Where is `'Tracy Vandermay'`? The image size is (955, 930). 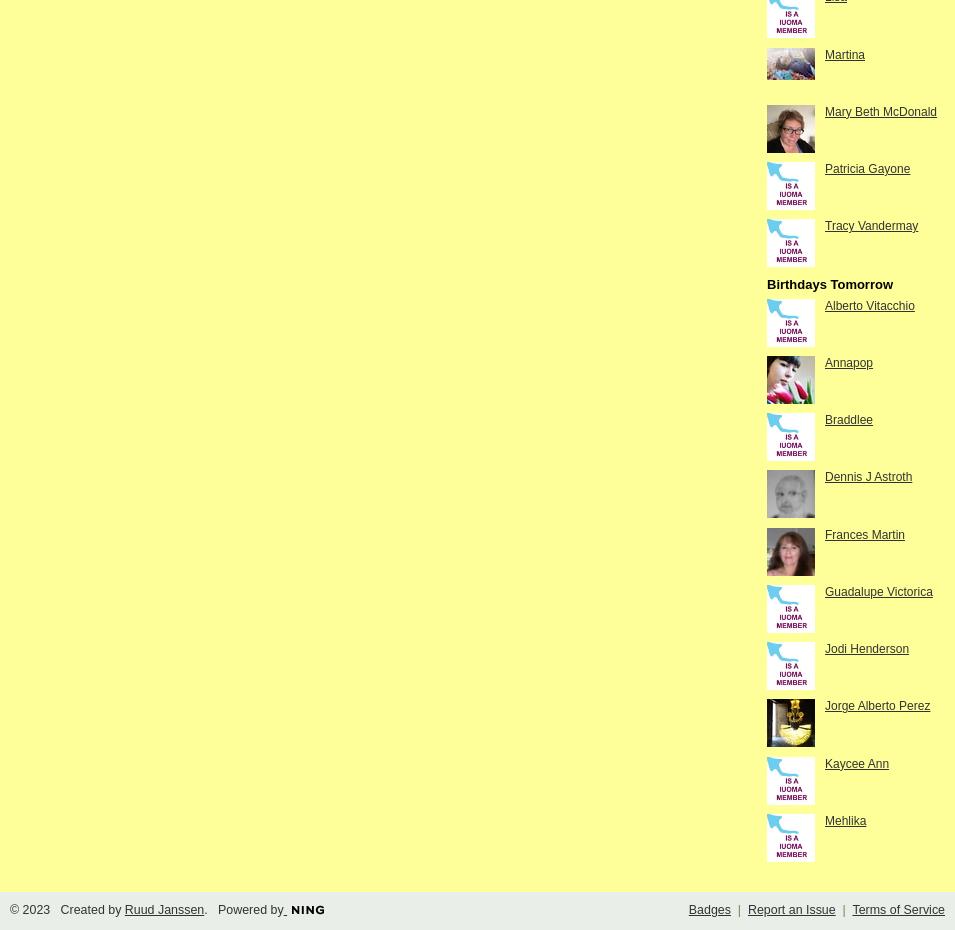 'Tracy Vandermay' is located at coordinates (871, 224).